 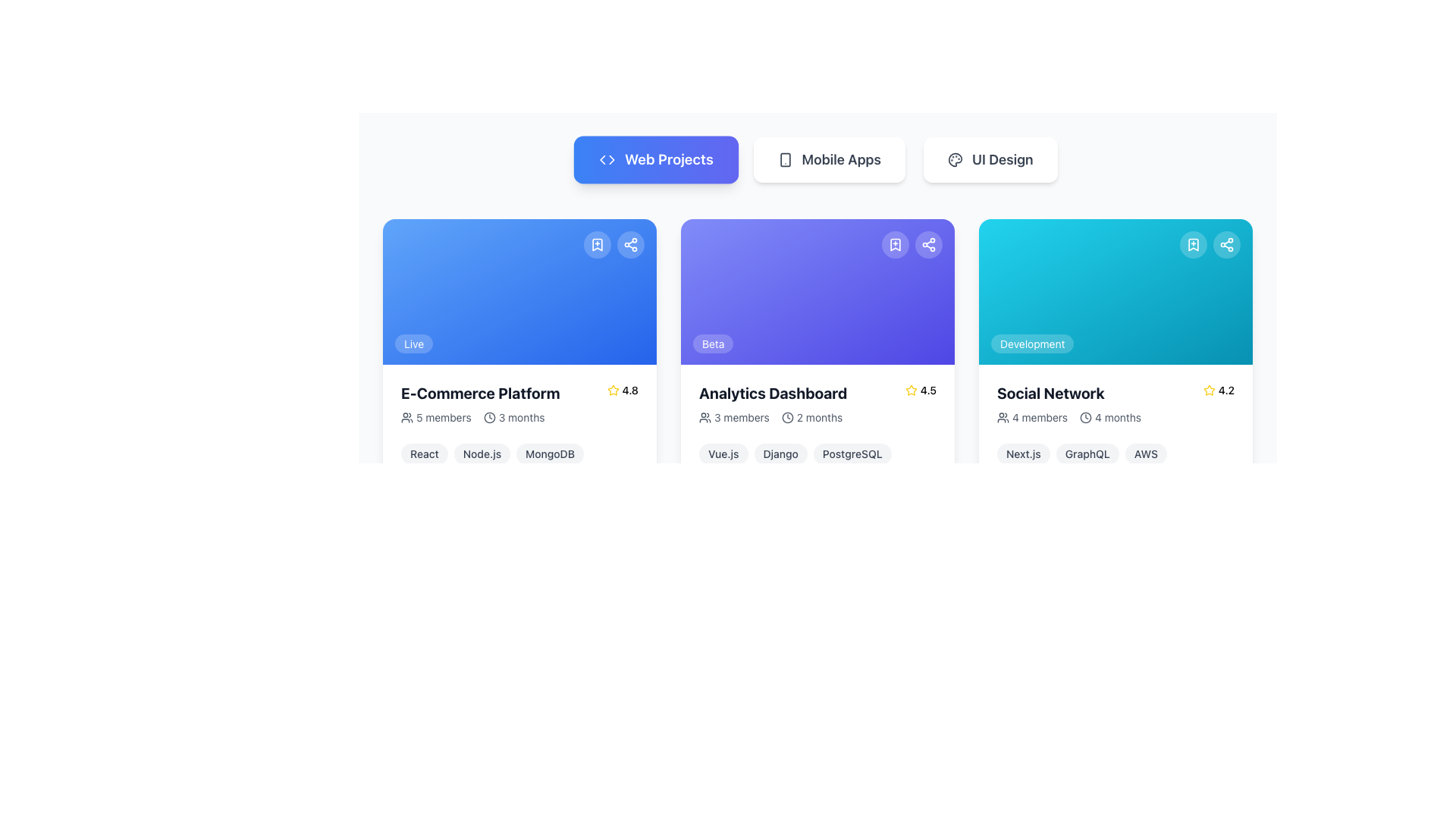 I want to click on the button located at the top-right corner of the 'Social Network' project card, so click(x=1193, y=244).